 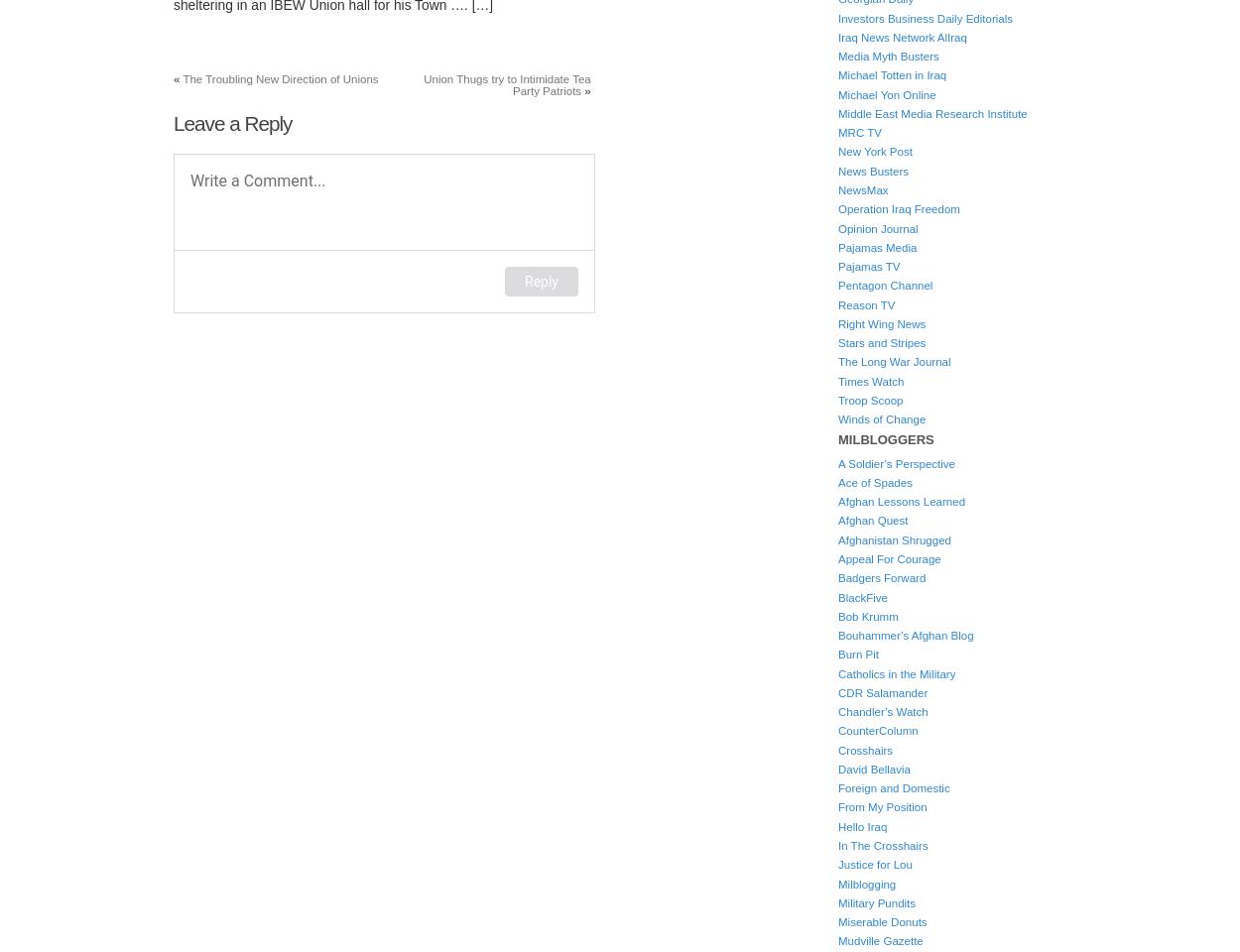 What do you see at coordinates (837, 304) in the screenshot?
I see `'Reason TV'` at bounding box center [837, 304].